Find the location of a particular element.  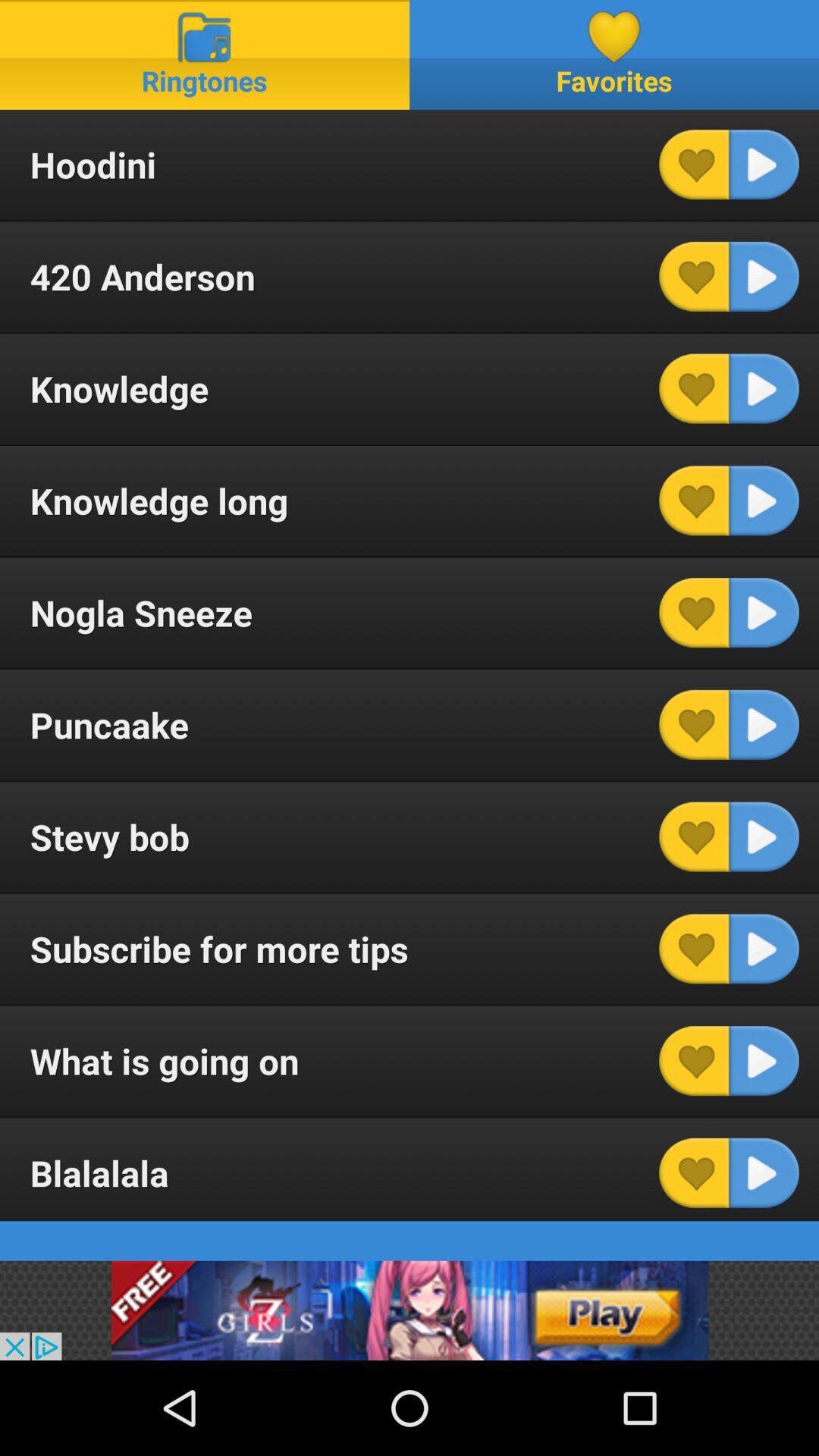

this track is located at coordinates (764, 1060).